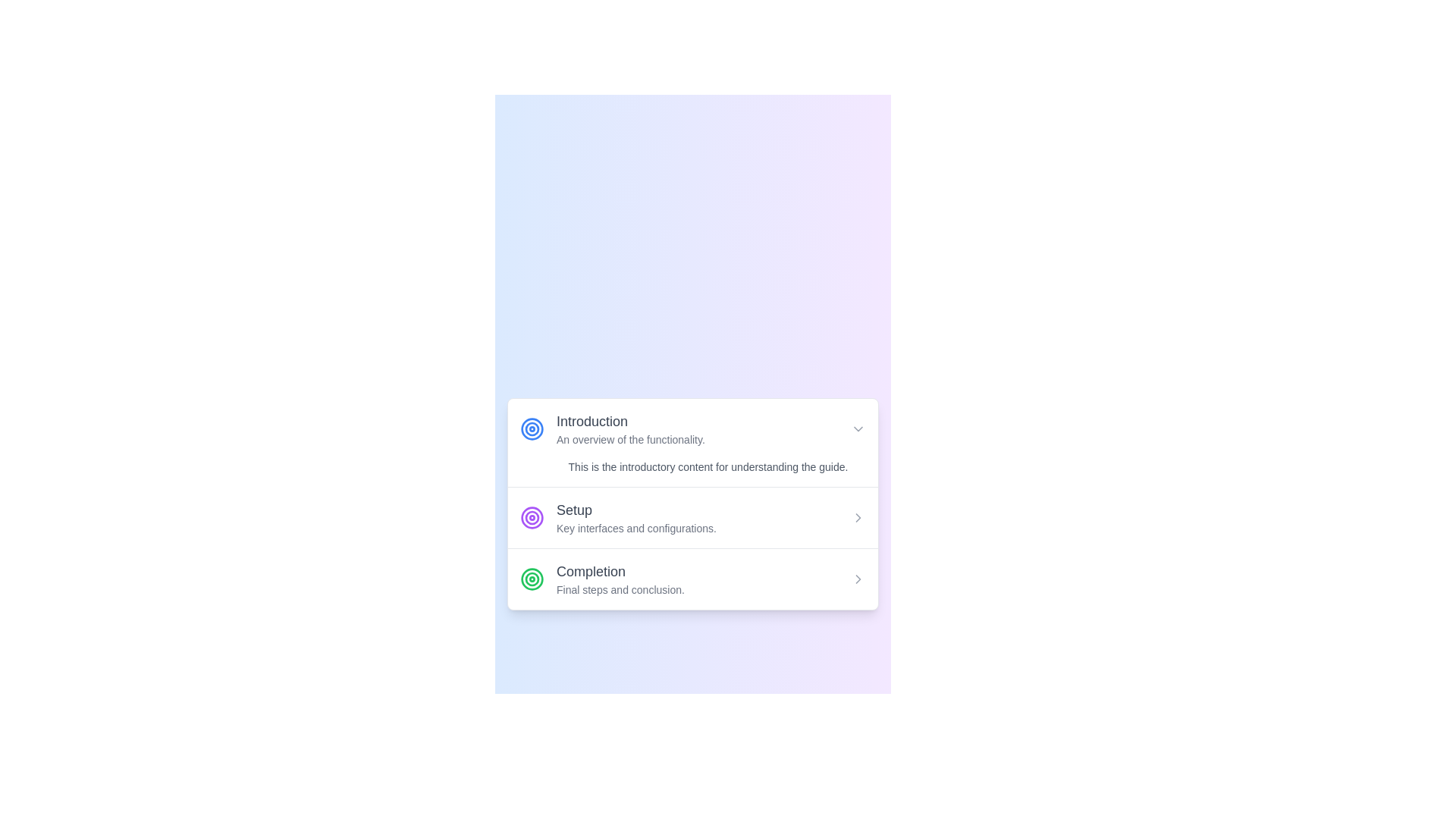 The height and width of the screenshot is (819, 1456). What do you see at coordinates (630, 439) in the screenshot?
I see `informative text located directly beneath the bold heading labeled 'Introduction', which states 'An overview of the functionality.'` at bounding box center [630, 439].